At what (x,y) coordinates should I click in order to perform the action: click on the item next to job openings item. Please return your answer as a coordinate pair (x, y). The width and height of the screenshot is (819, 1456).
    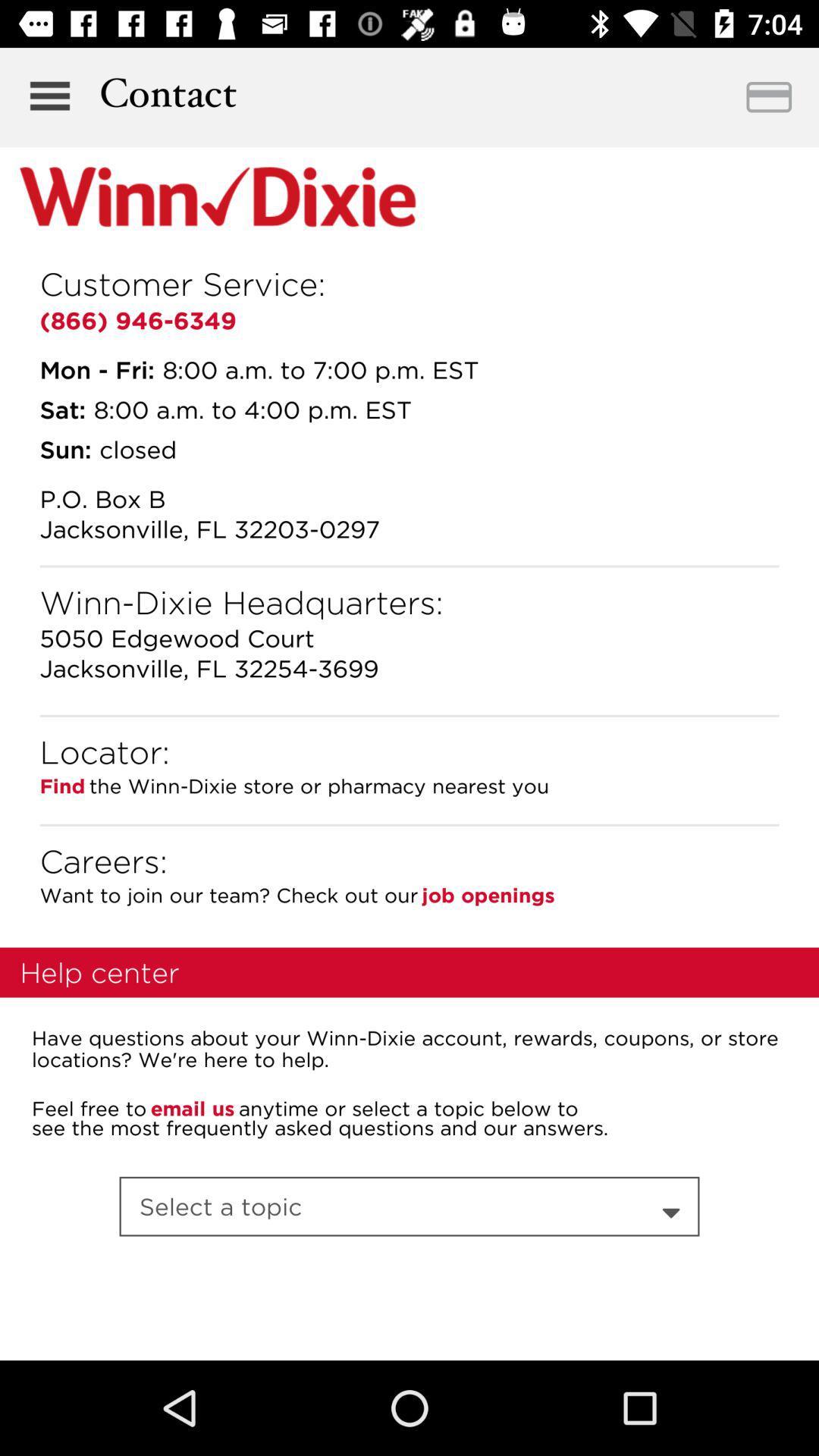
    Looking at the image, I should click on (102, 861).